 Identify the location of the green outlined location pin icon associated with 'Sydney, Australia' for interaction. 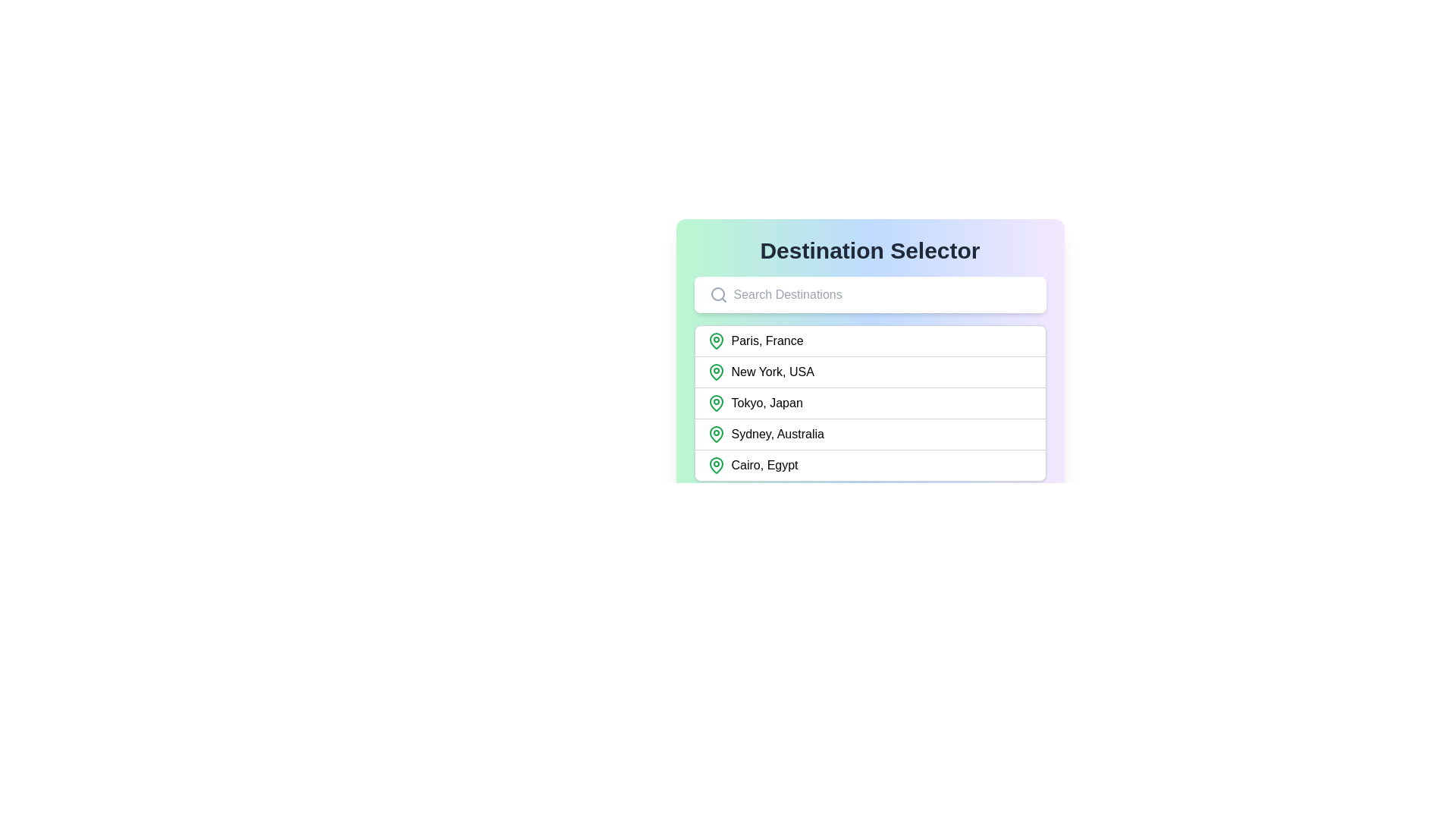
(715, 435).